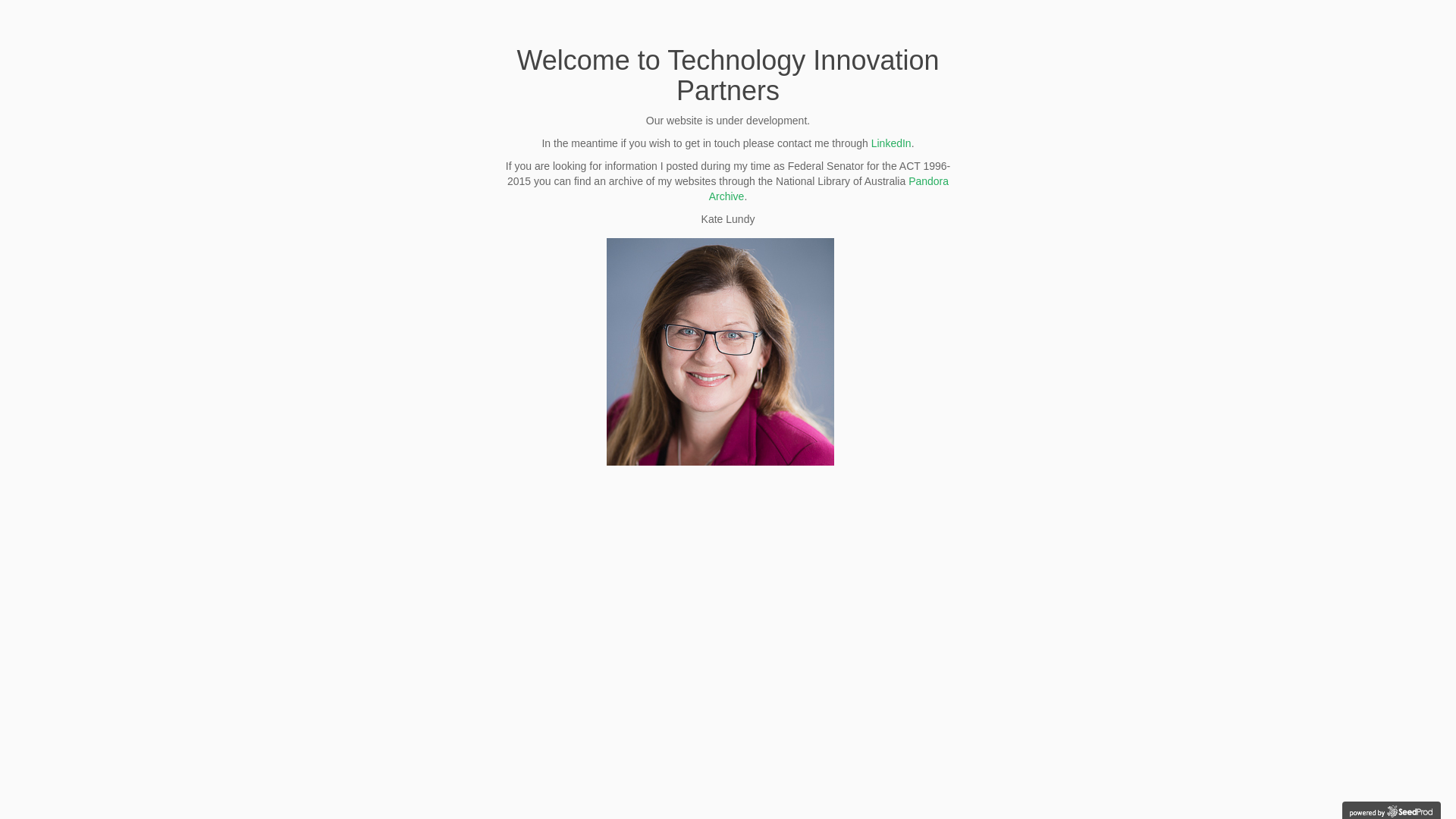  What do you see at coordinates (891, 143) in the screenshot?
I see `'LinkedIn'` at bounding box center [891, 143].